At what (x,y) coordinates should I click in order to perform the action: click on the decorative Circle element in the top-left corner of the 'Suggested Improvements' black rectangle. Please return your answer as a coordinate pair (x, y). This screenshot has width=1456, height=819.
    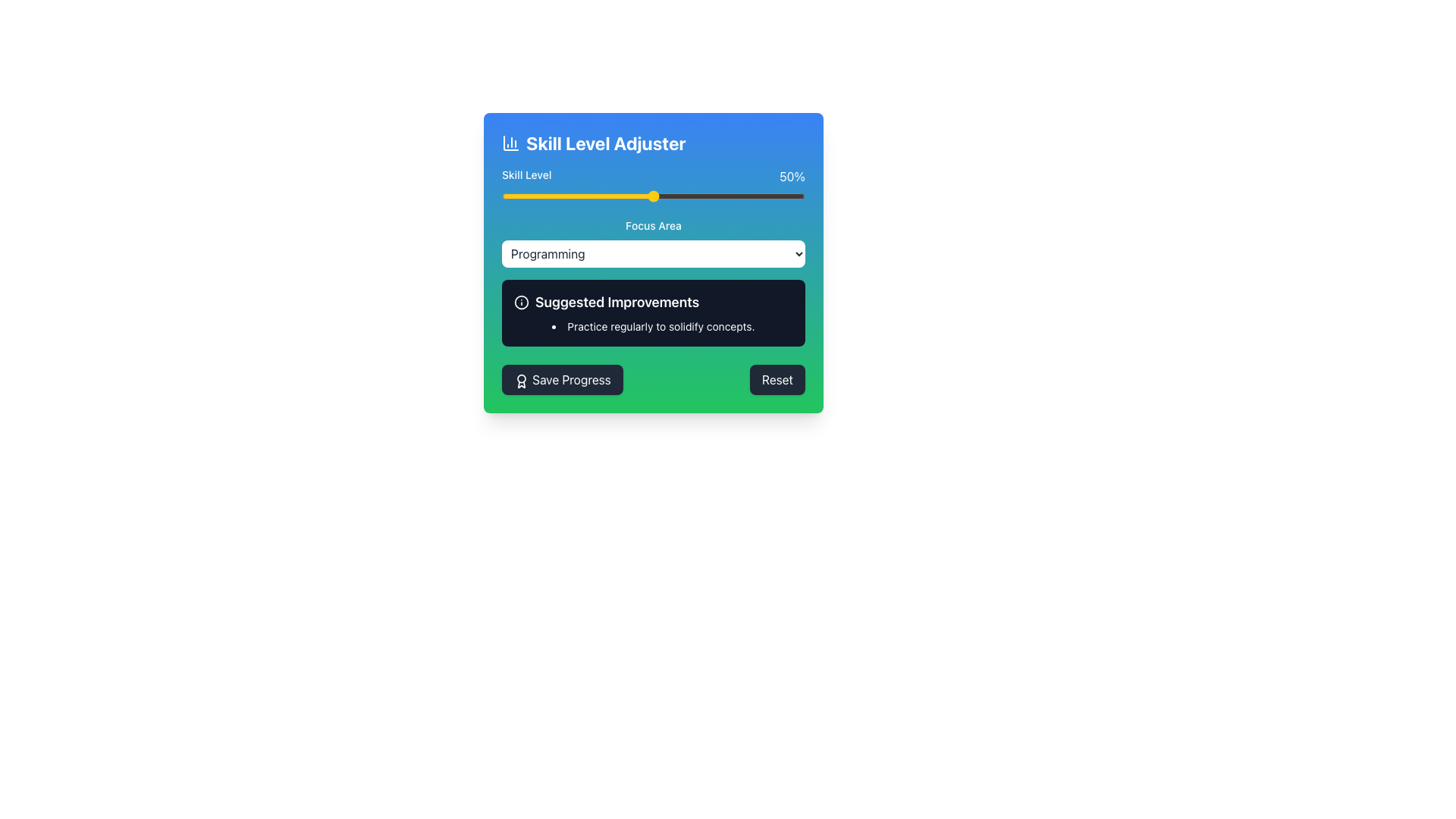
    Looking at the image, I should click on (521, 302).